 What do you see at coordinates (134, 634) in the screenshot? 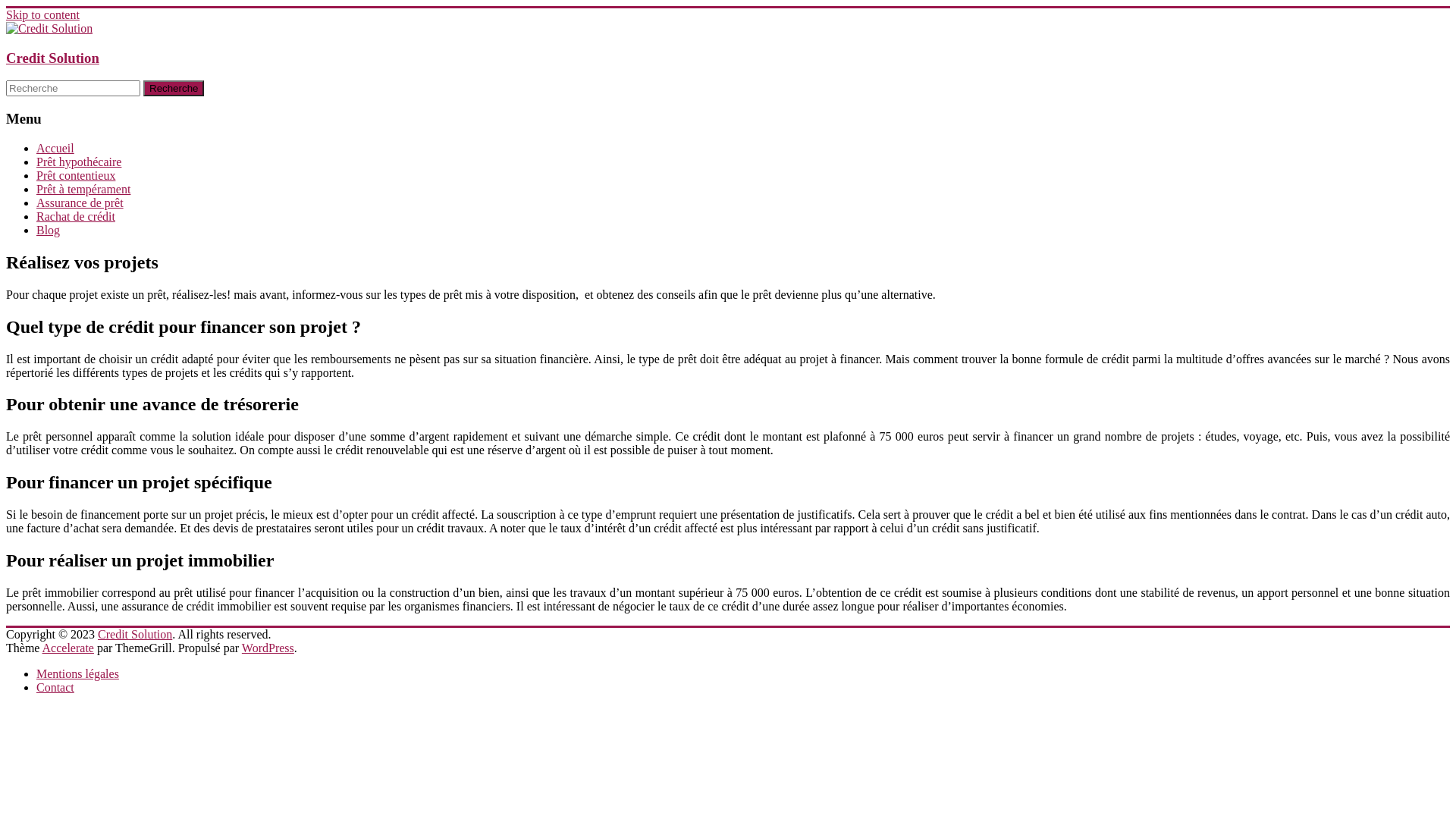
I see `'Credit Solution'` at bounding box center [134, 634].